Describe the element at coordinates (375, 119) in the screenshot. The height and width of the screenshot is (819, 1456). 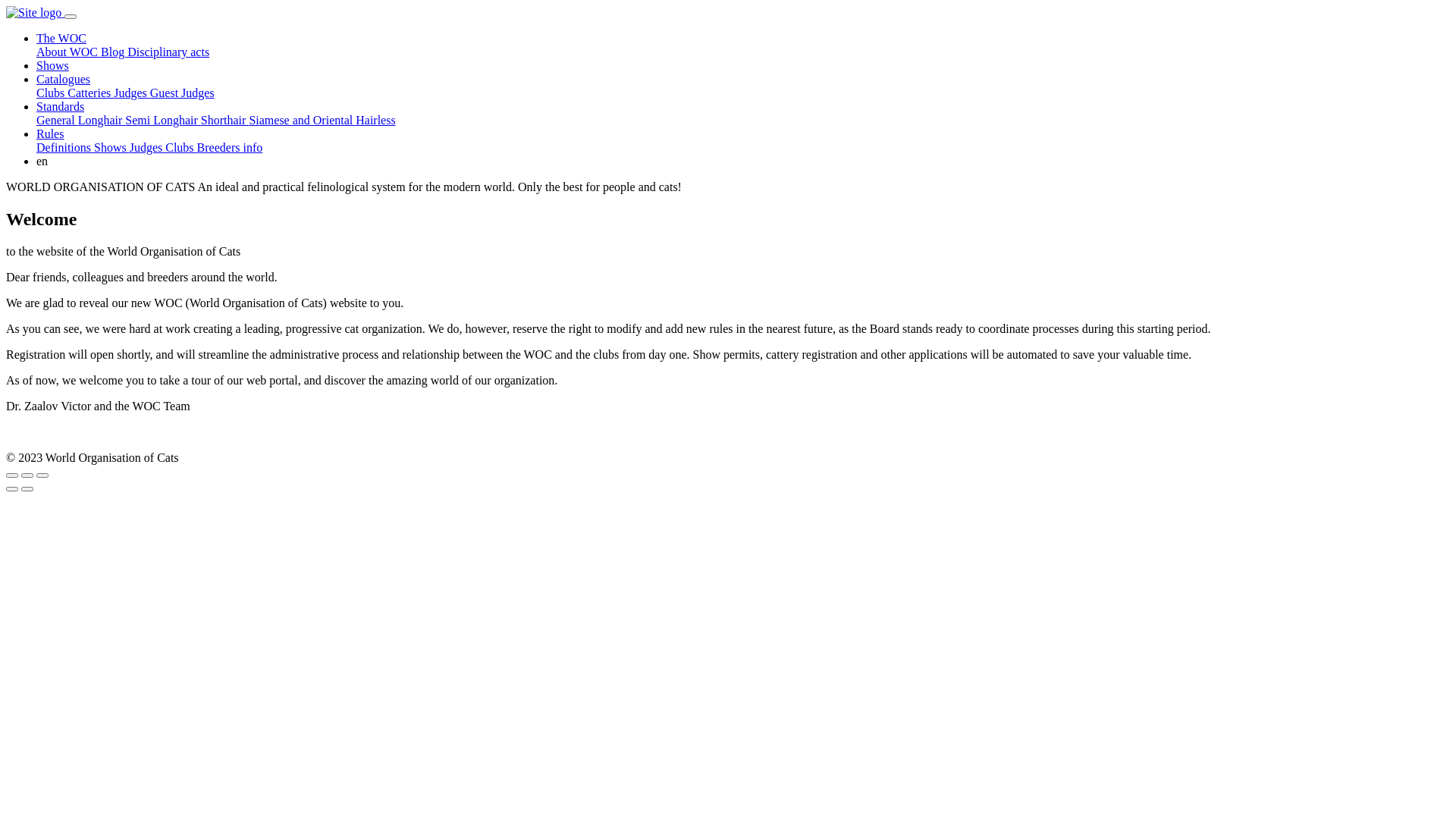
I see `'Hairless'` at that location.